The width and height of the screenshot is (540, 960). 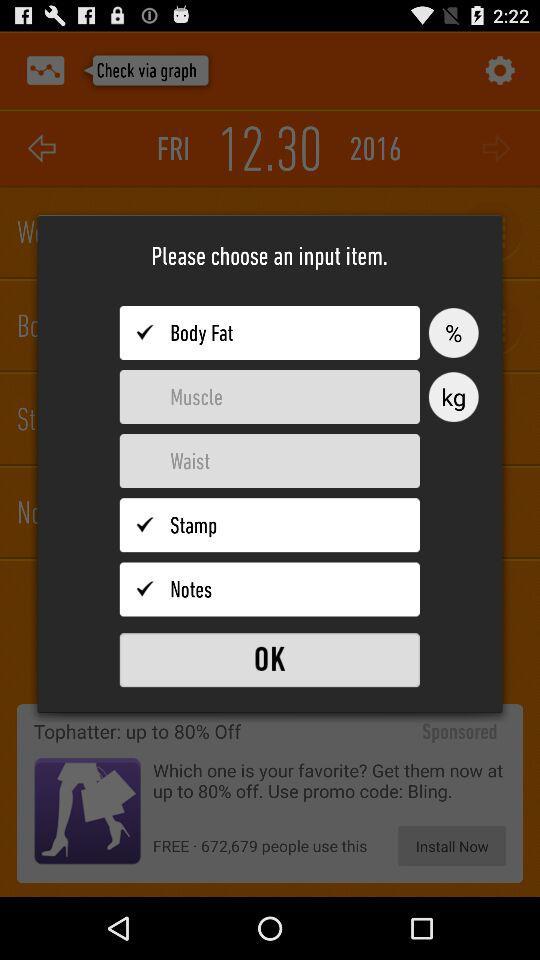 What do you see at coordinates (269, 589) in the screenshot?
I see `notes down` at bounding box center [269, 589].